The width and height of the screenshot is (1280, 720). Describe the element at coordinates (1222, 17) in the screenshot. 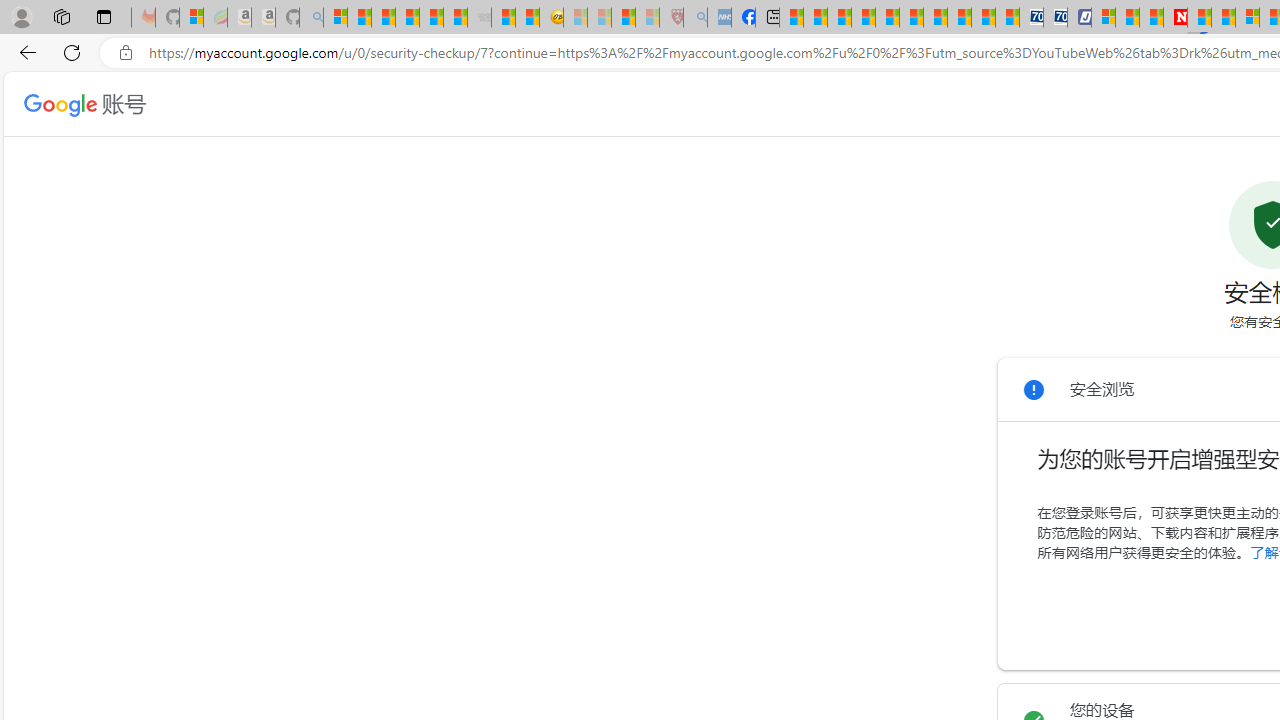

I see `'14 Common Myths Debunked By Scientific Facts'` at that location.